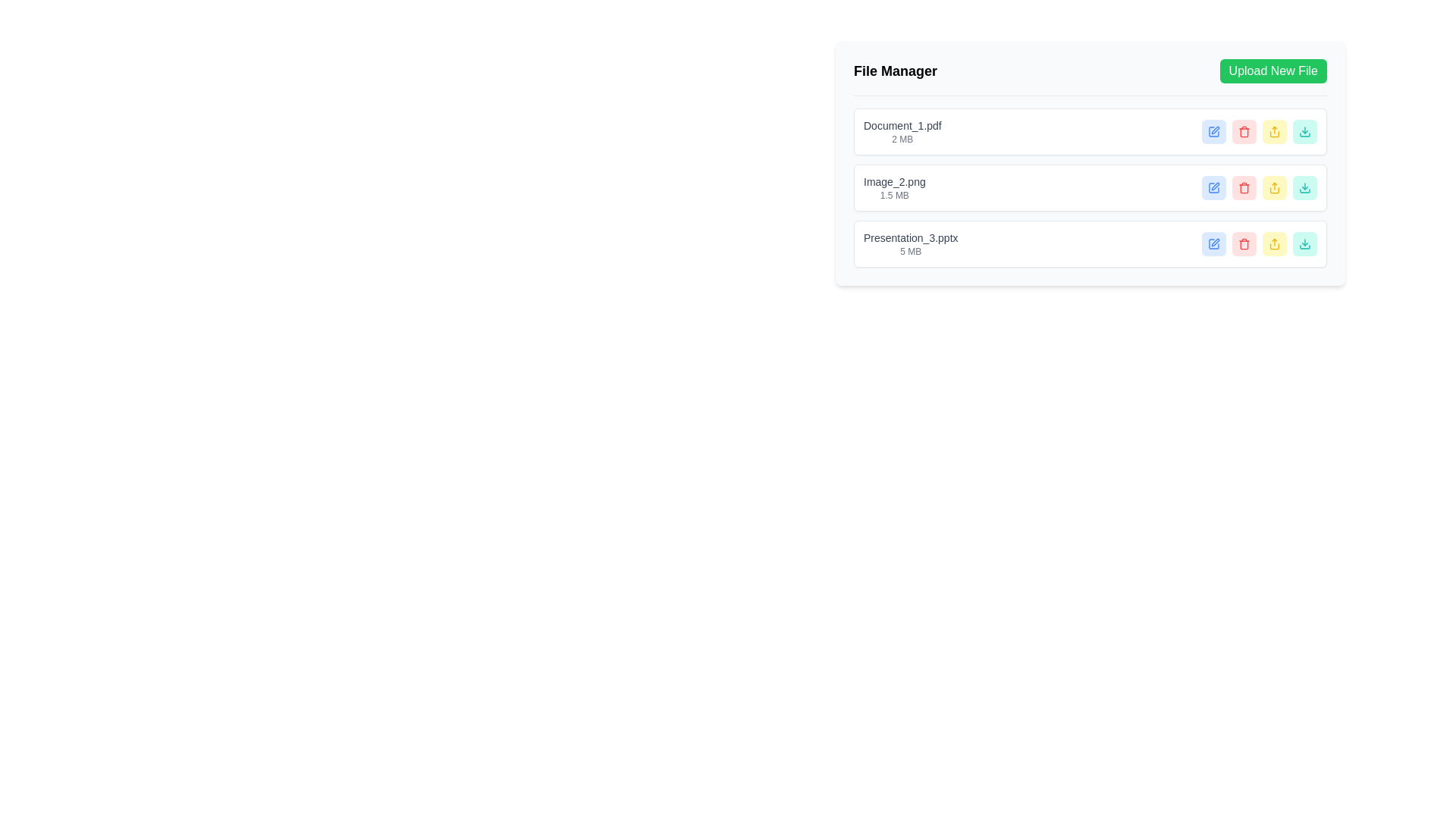 The width and height of the screenshot is (1456, 819). What do you see at coordinates (1244, 243) in the screenshot?
I see `the delete button located to the right of the file row labeled 'Presentation_3.pptx' in the file manager interface` at bounding box center [1244, 243].